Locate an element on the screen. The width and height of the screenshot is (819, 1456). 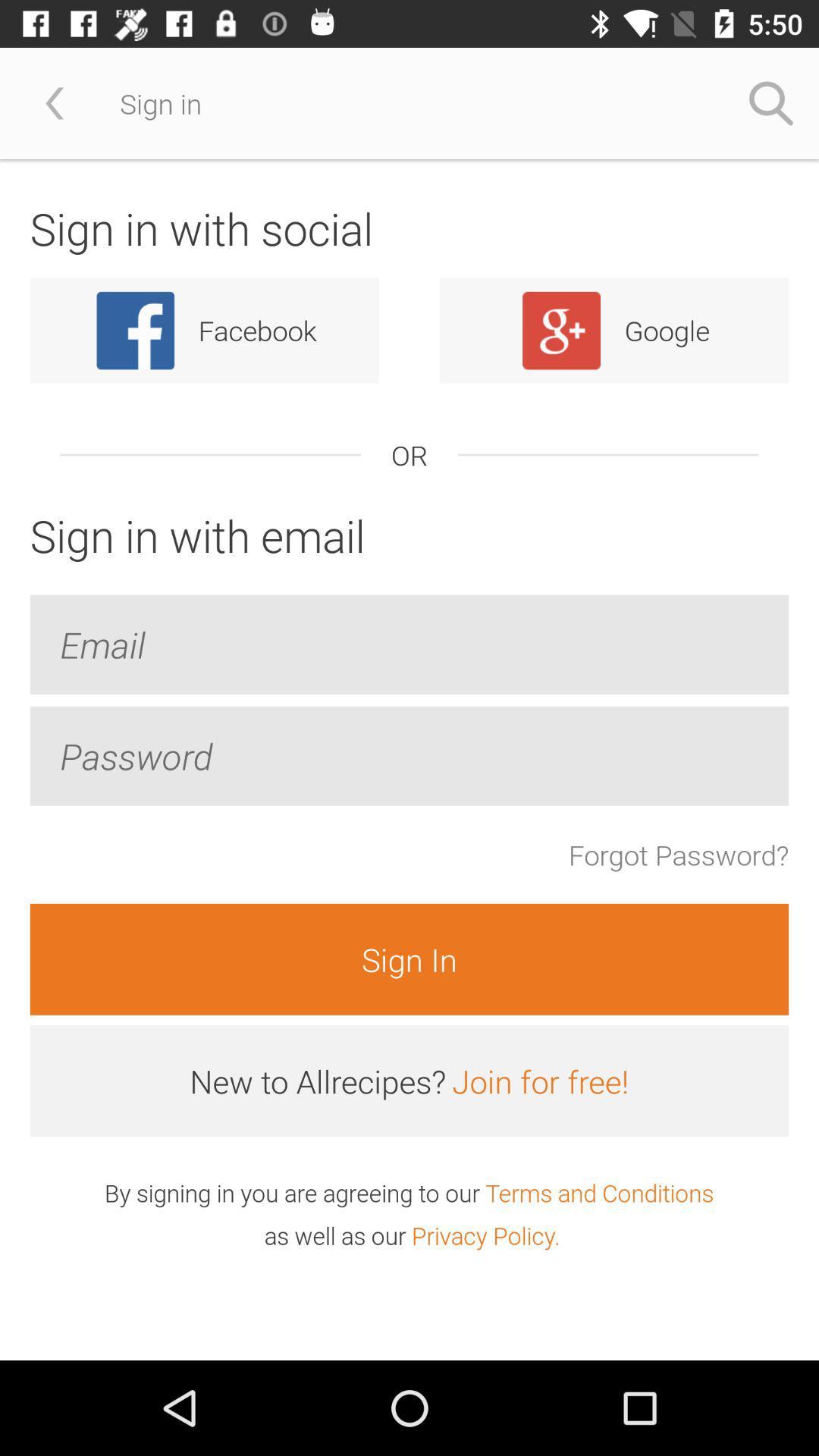
join for free! is located at coordinates (539, 1080).